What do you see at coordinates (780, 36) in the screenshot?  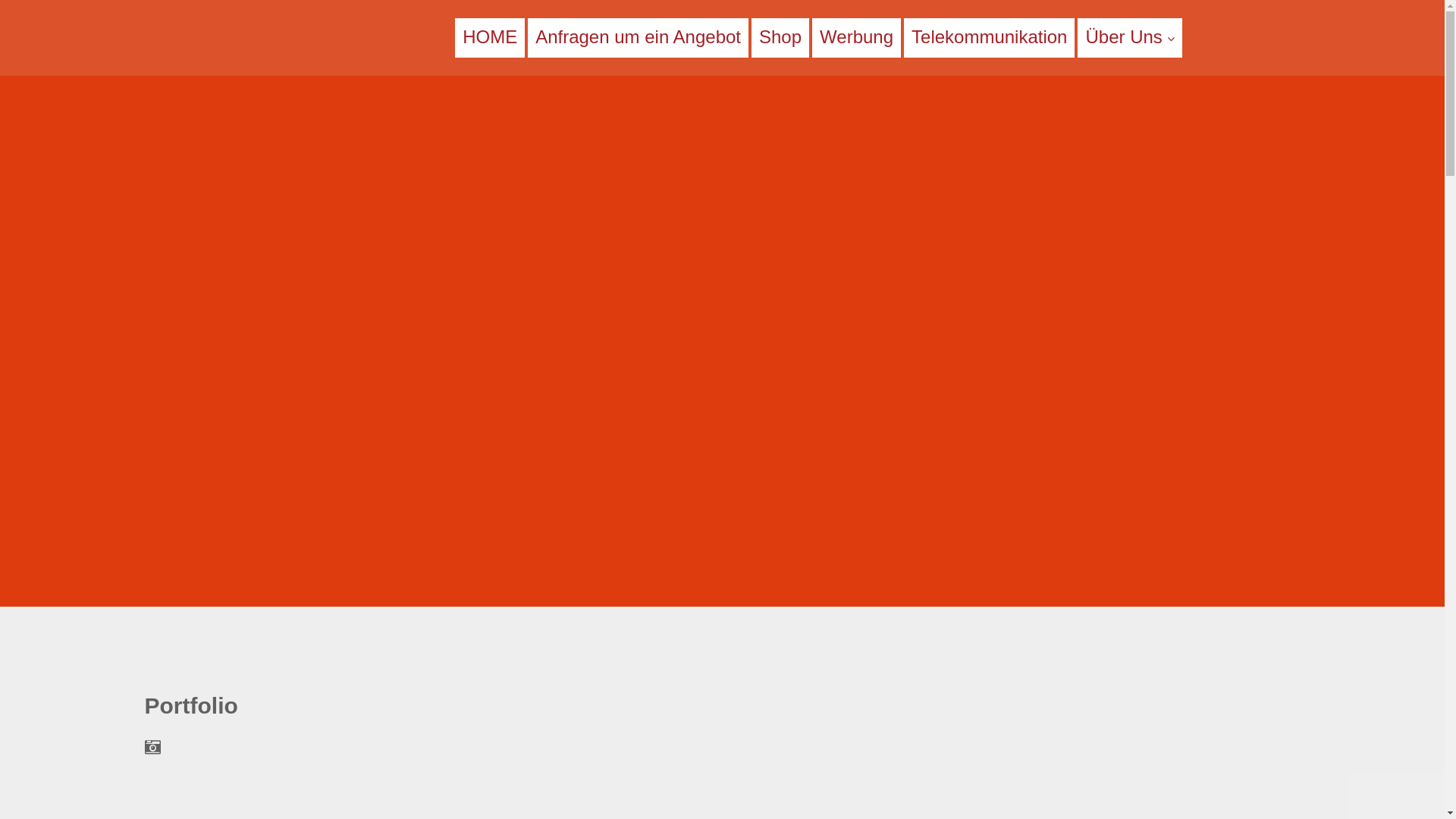 I see `'Shop'` at bounding box center [780, 36].